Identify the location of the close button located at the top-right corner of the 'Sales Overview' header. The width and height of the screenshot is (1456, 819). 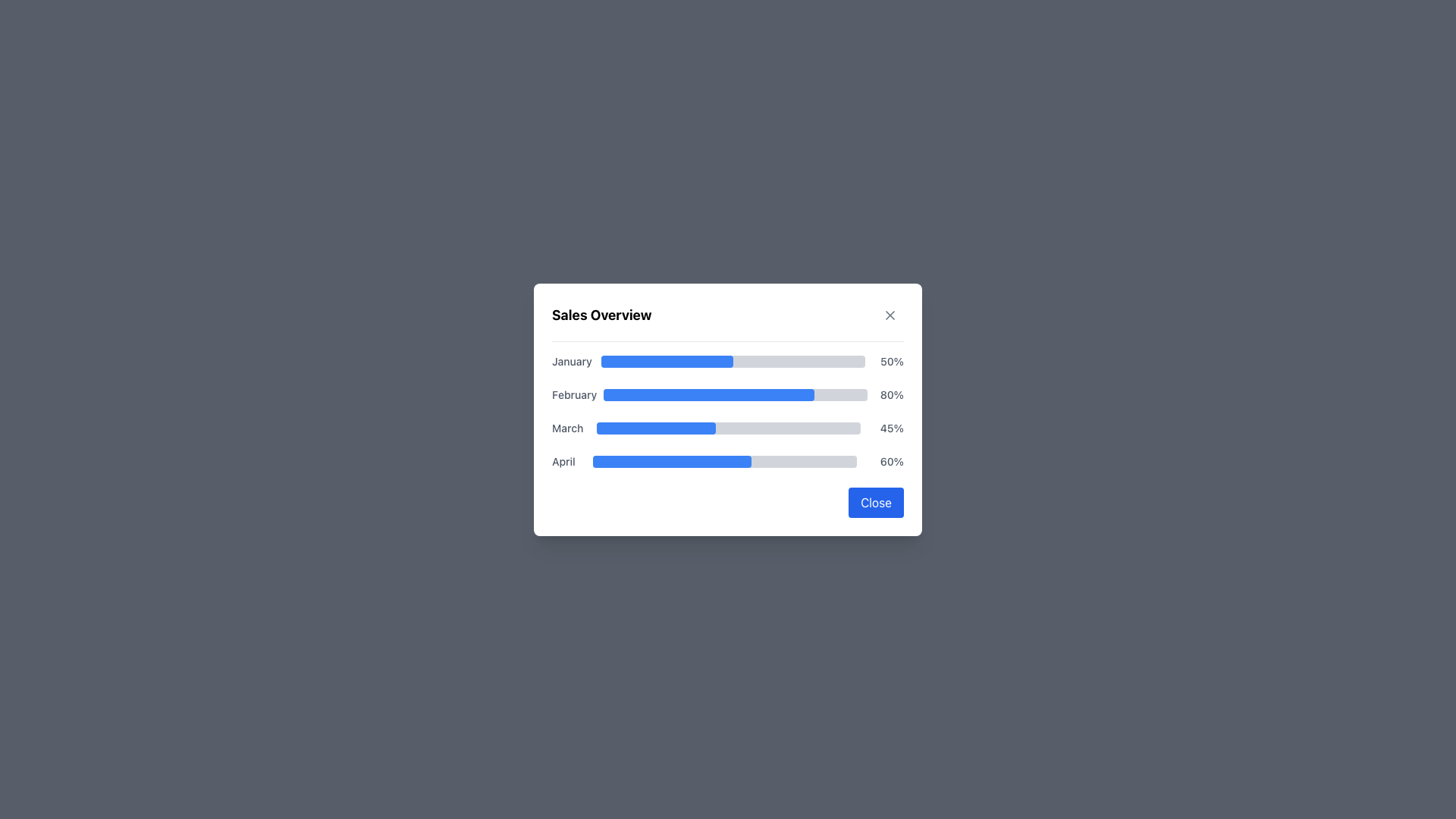
(890, 314).